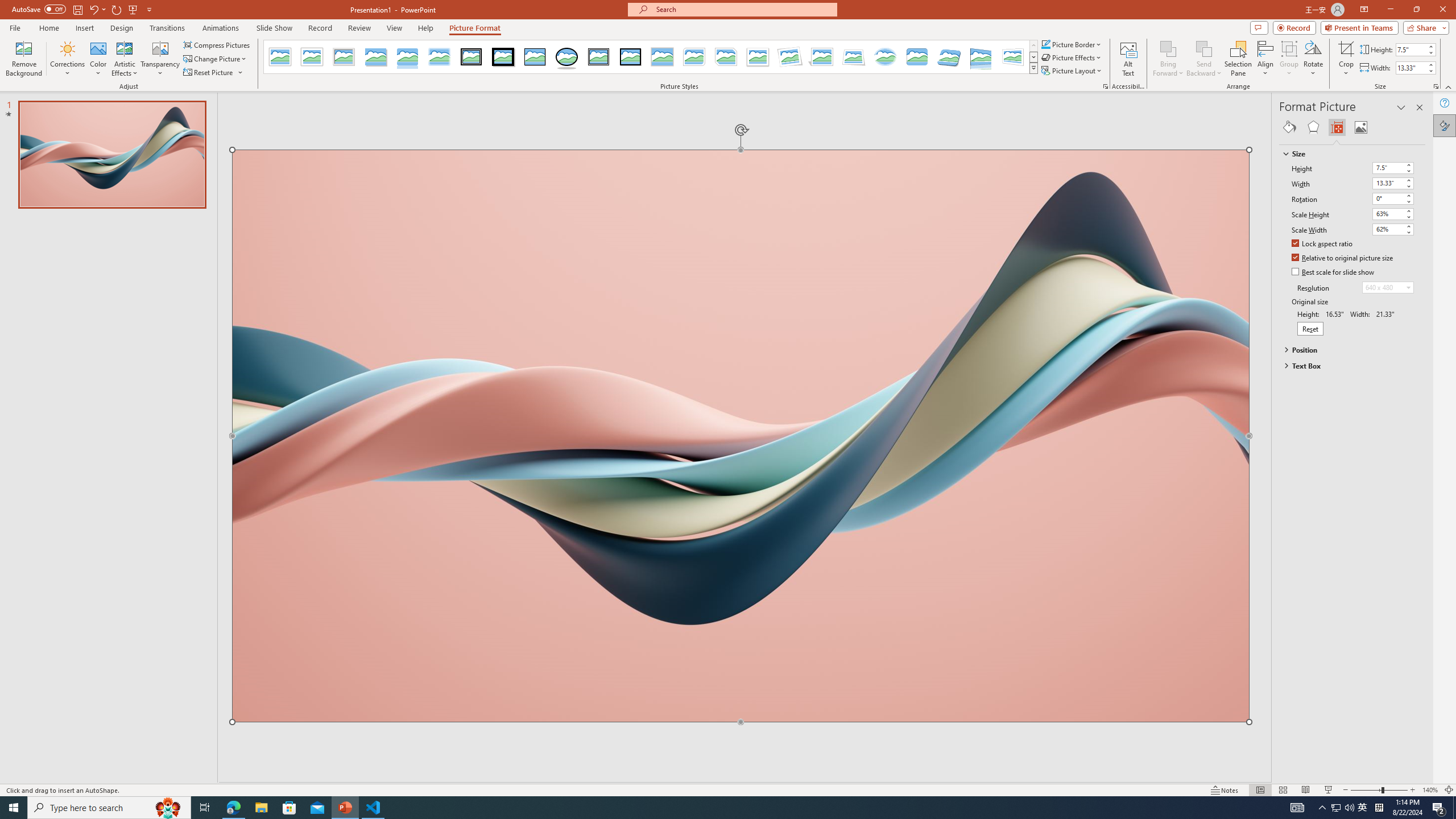 Image resolution: width=1456 pixels, height=819 pixels. Describe the element at coordinates (1013, 56) in the screenshot. I see `'Bevel Perspective Left, White'` at that location.